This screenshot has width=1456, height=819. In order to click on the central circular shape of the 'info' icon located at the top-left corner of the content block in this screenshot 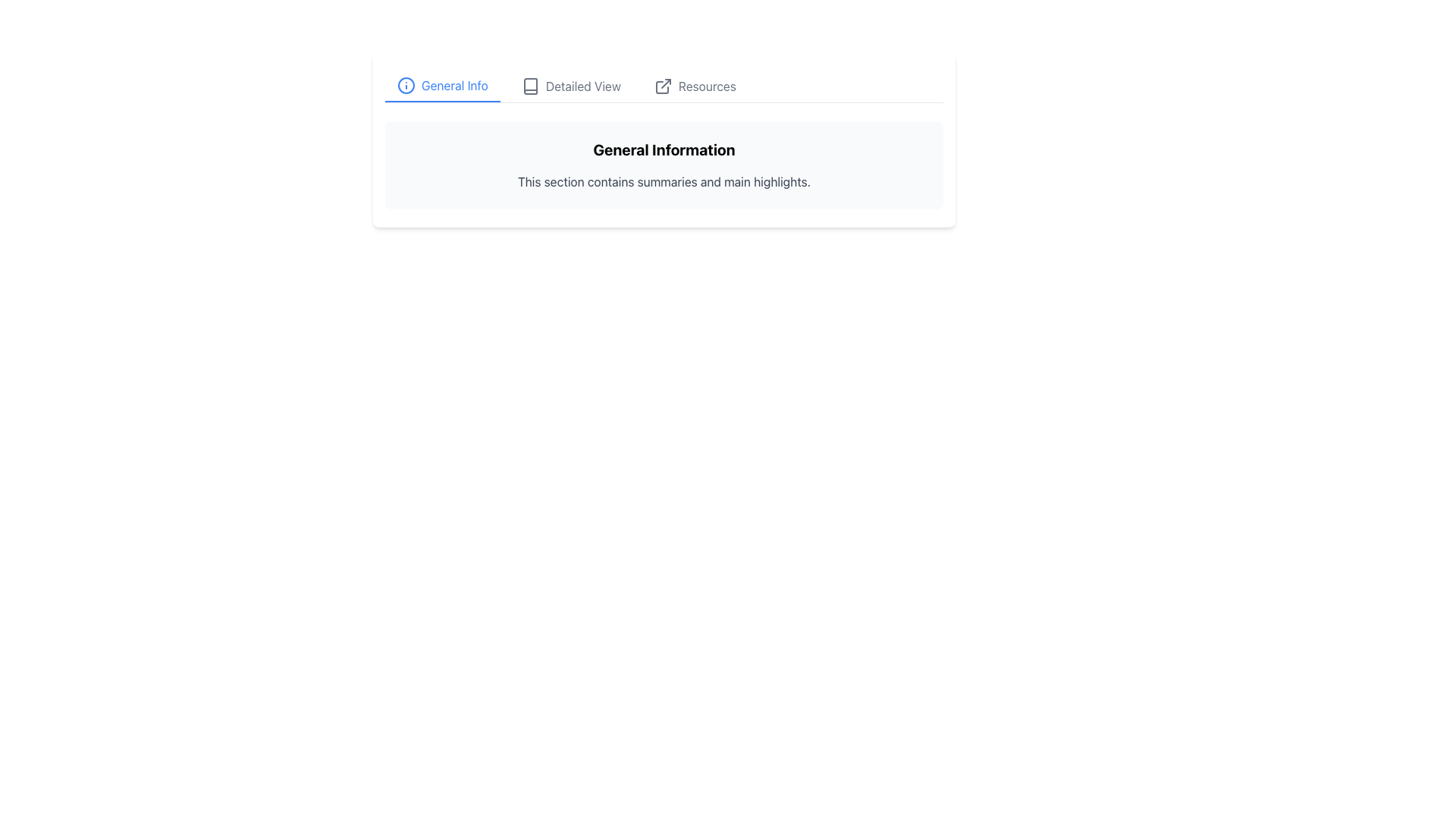, I will do `click(406, 85)`.